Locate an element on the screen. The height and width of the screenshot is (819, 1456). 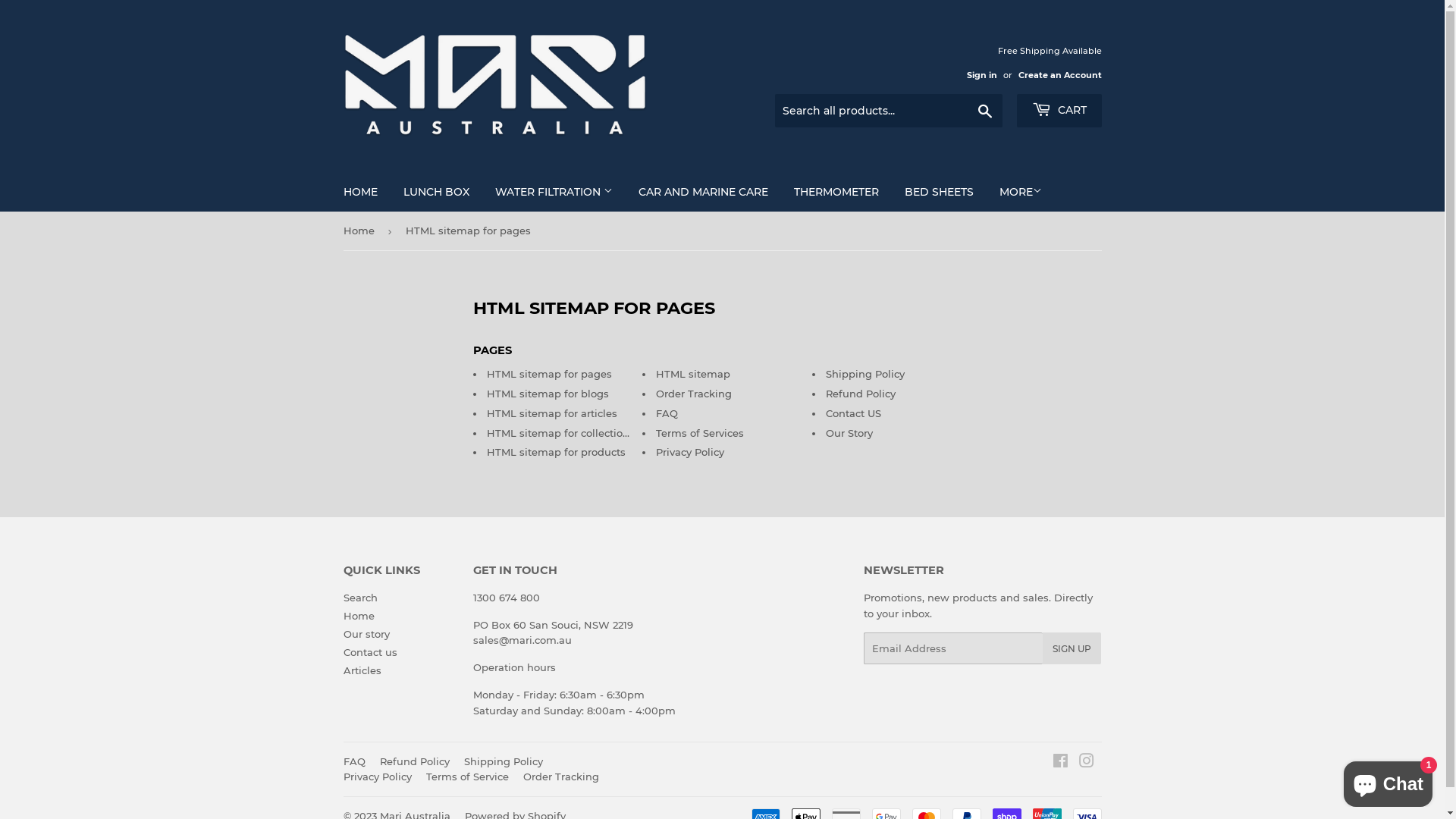
'HTML sitemap for collections' is located at coordinates (560, 432).